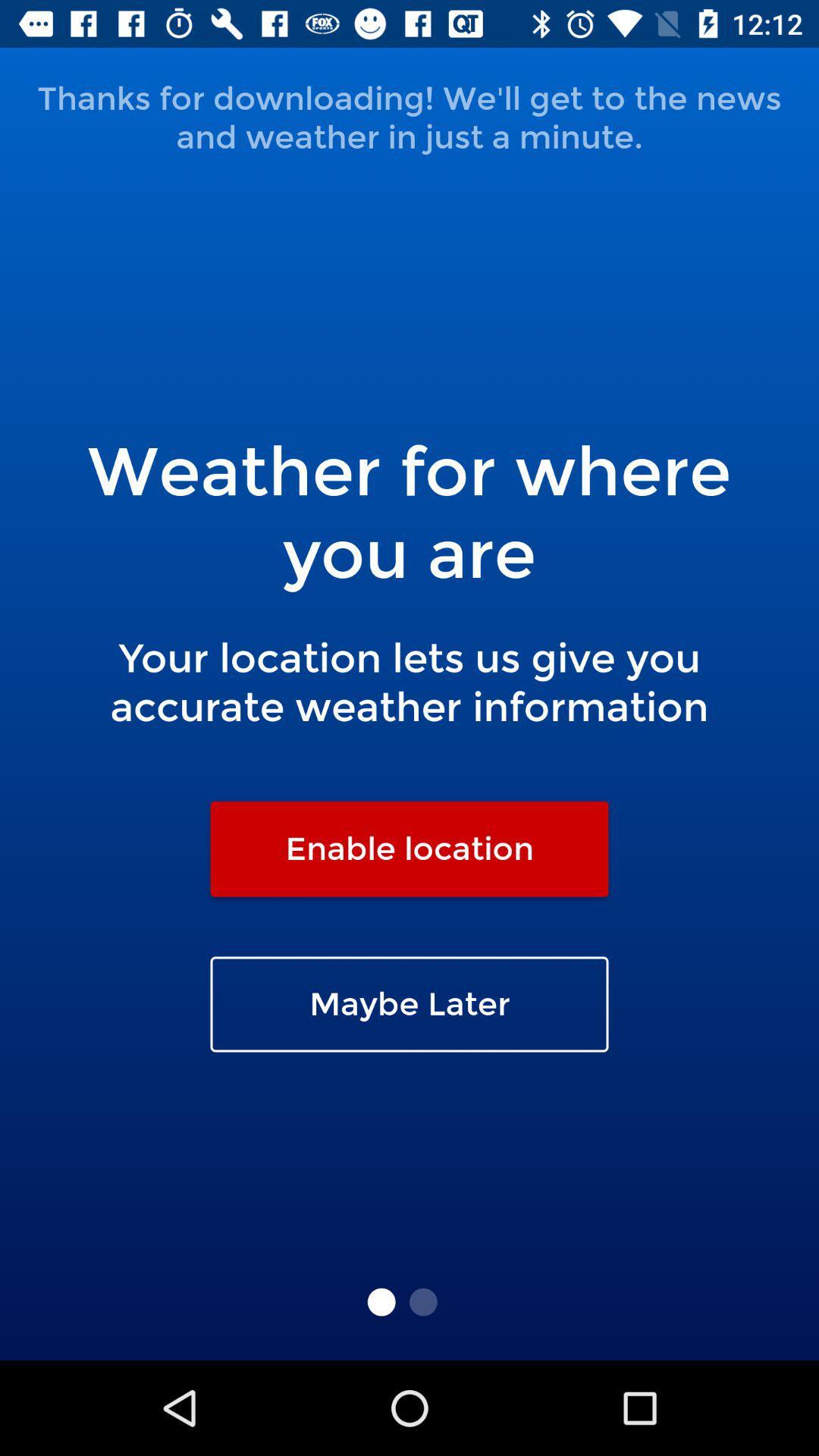  I want to click on item below the your location lets, so click(409, 848).